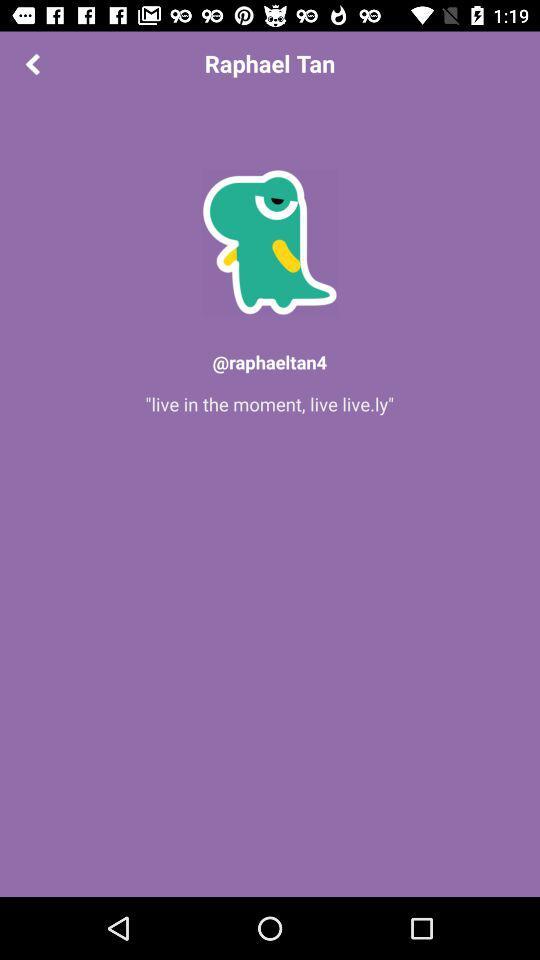 The height and width of the screenshot is (960, 540). I want to click on the arrow_backward icon, so click(31, 63).